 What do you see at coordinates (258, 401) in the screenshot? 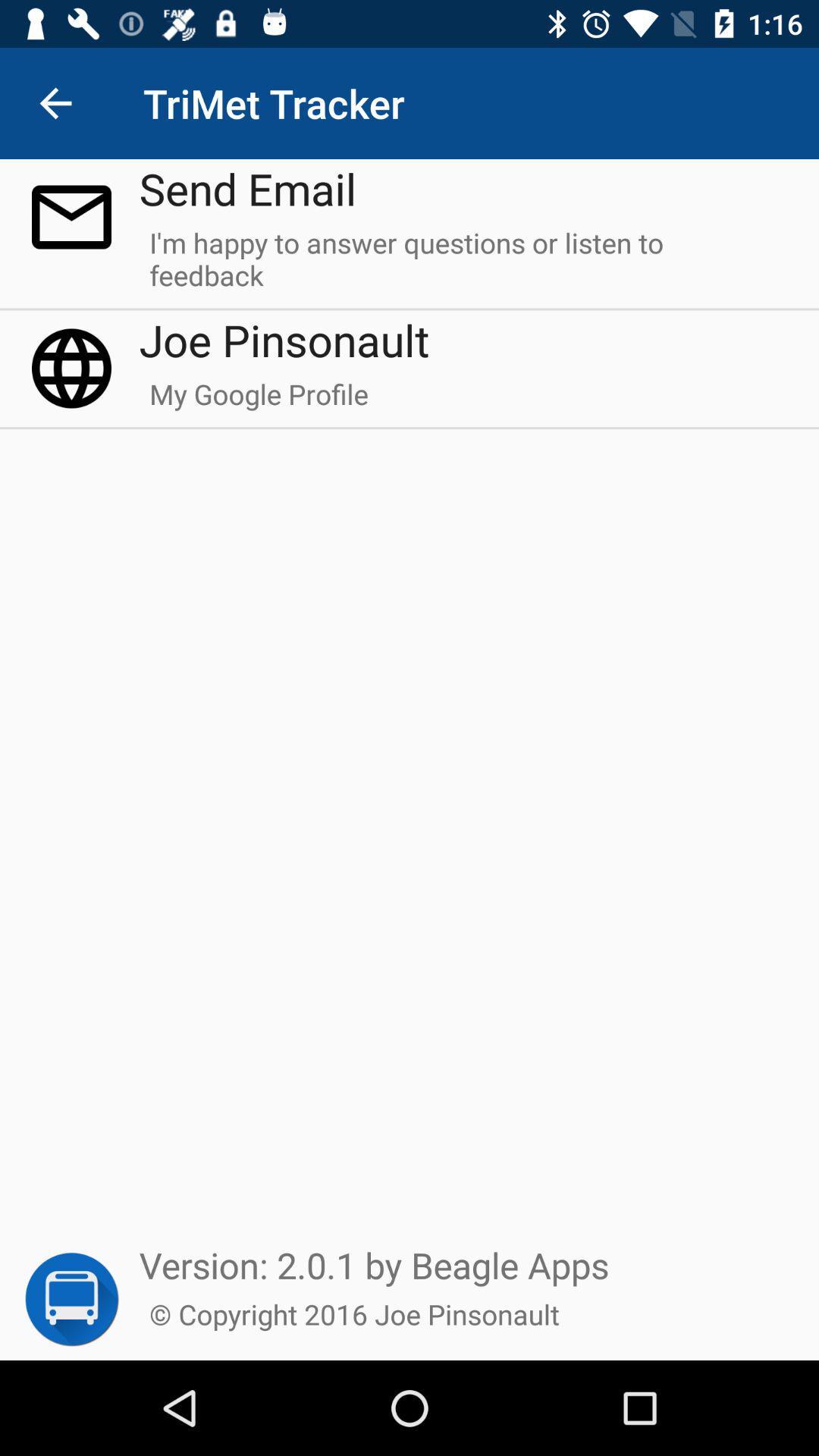
I see `icon below joe pinsonault item` at bounding box center [258, 401].